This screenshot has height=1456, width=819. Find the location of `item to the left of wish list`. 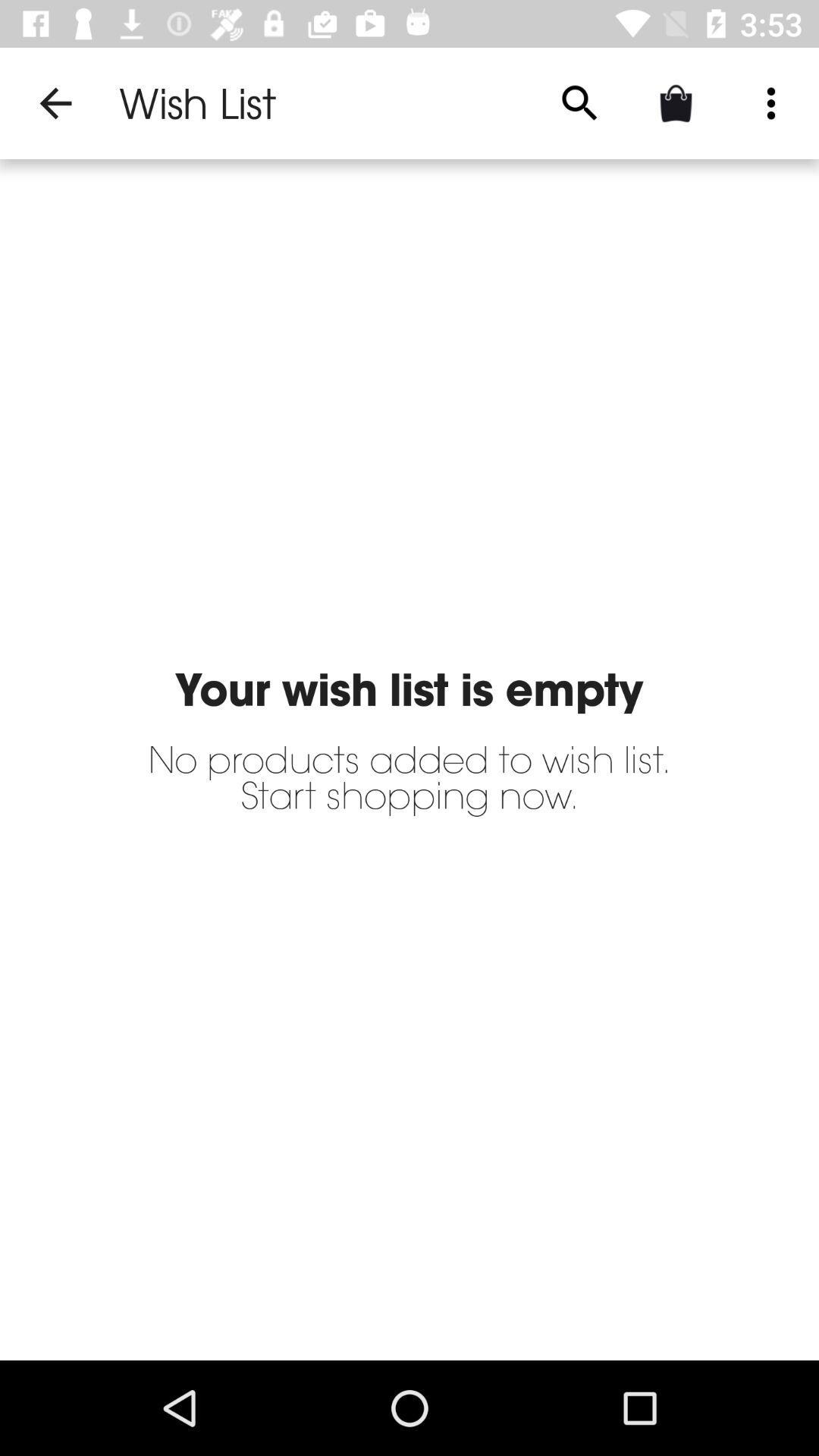

item to the left of wish list is located at coordinates (55, 102).